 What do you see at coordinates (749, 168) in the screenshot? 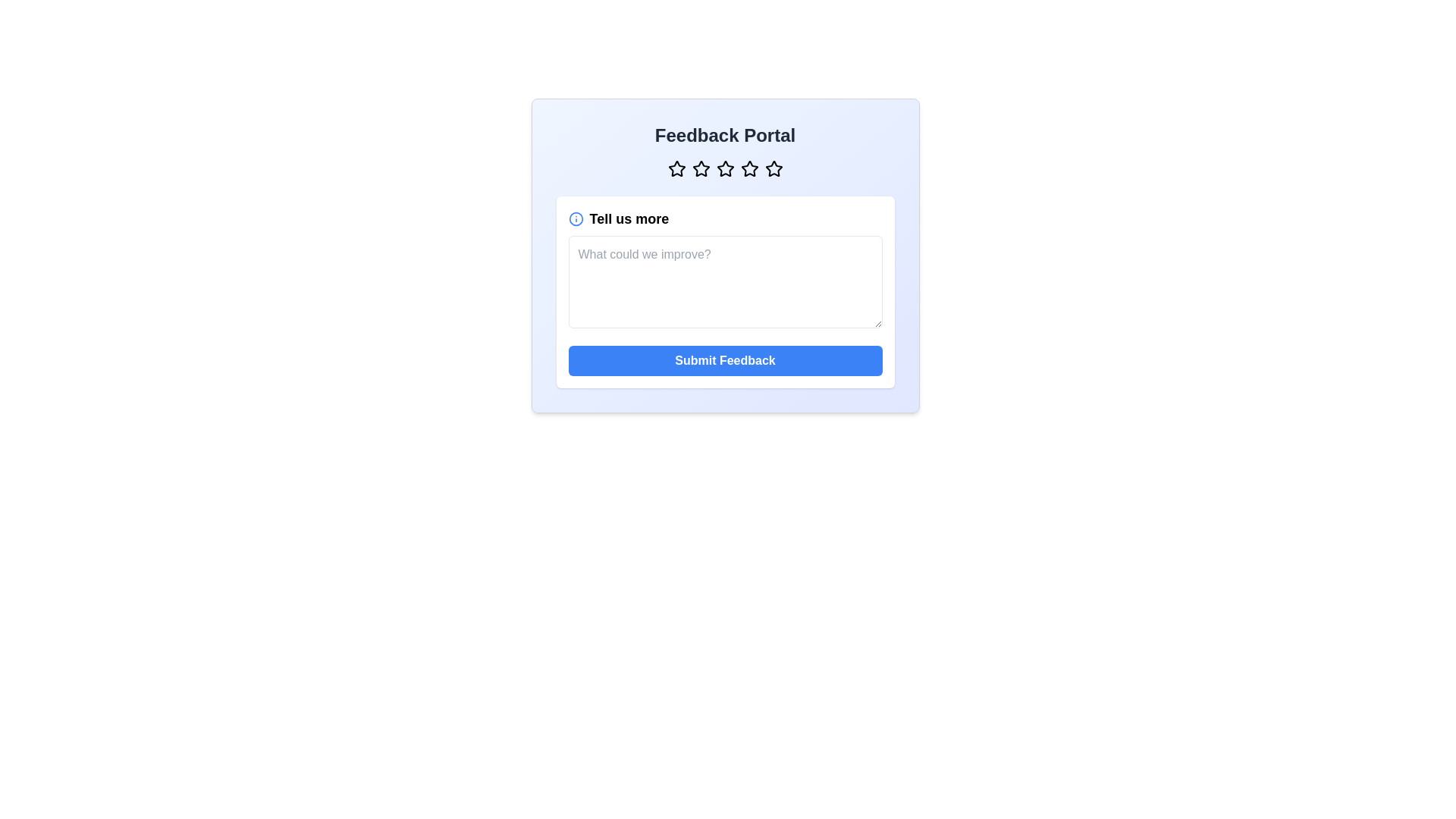
I see `the fourth star-shaped icon in the horizontal sequence of five icons at the center top of the interface` at bounding box center [749, 168].